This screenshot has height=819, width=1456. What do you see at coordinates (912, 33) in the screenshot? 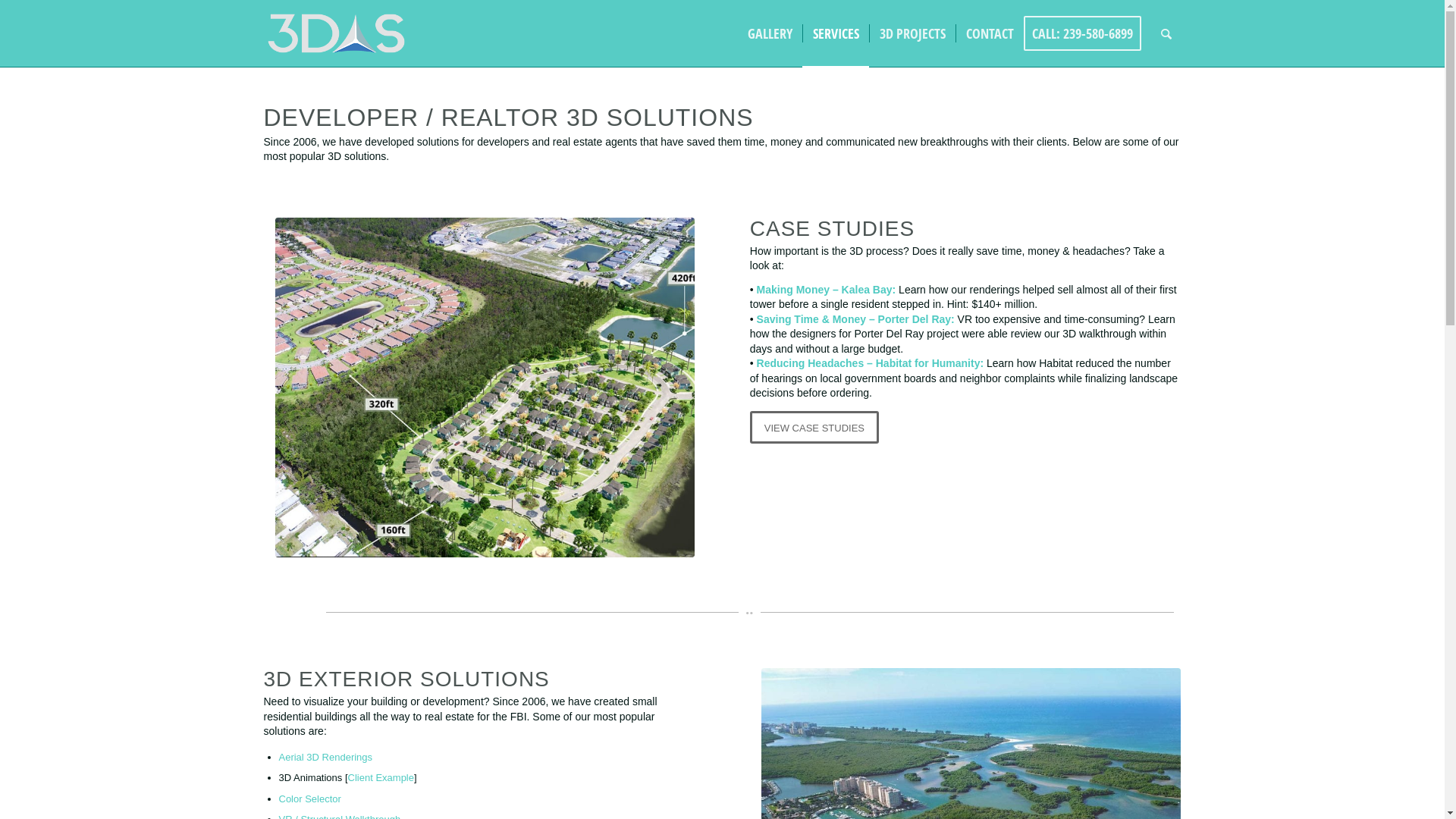
I see `'3D PROJECTS'` at bounding box center [912, 33].